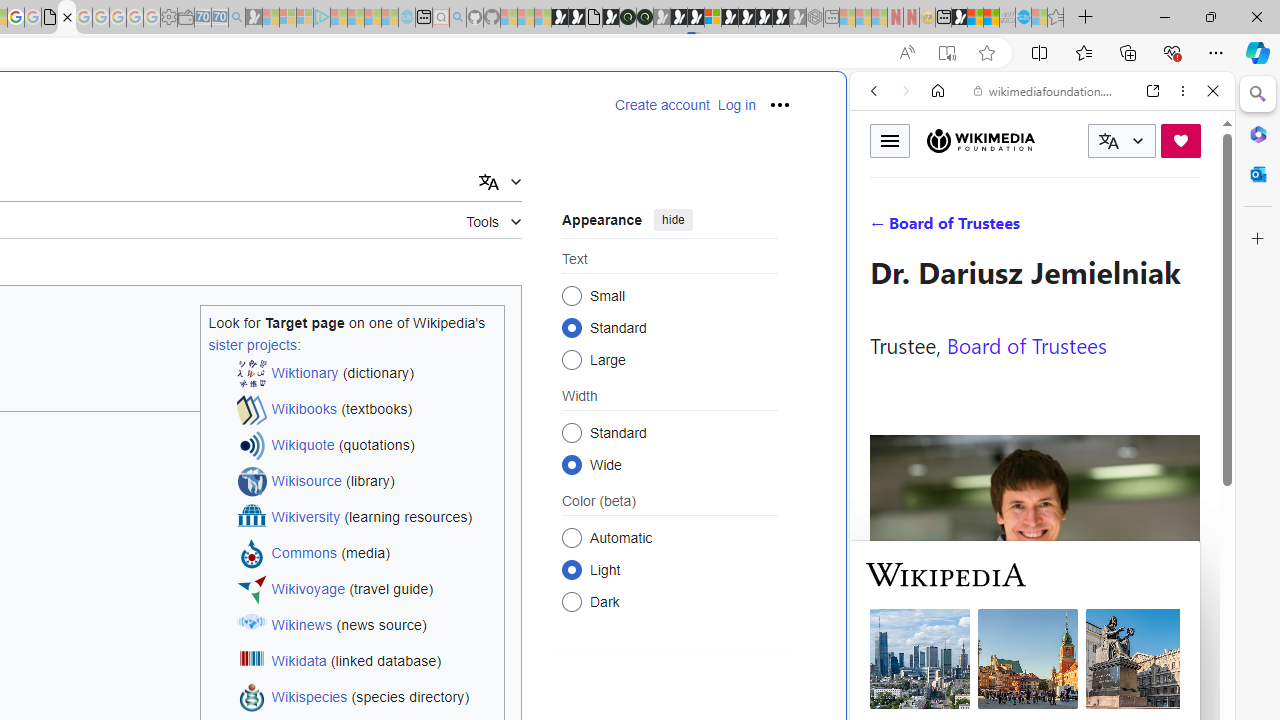 Image resolution: width=1280 pixels, height=720 pixels. Describe the element at coordinates (168, 17) in the screenshot. I see `'Settings - Sleeping'` at that location.